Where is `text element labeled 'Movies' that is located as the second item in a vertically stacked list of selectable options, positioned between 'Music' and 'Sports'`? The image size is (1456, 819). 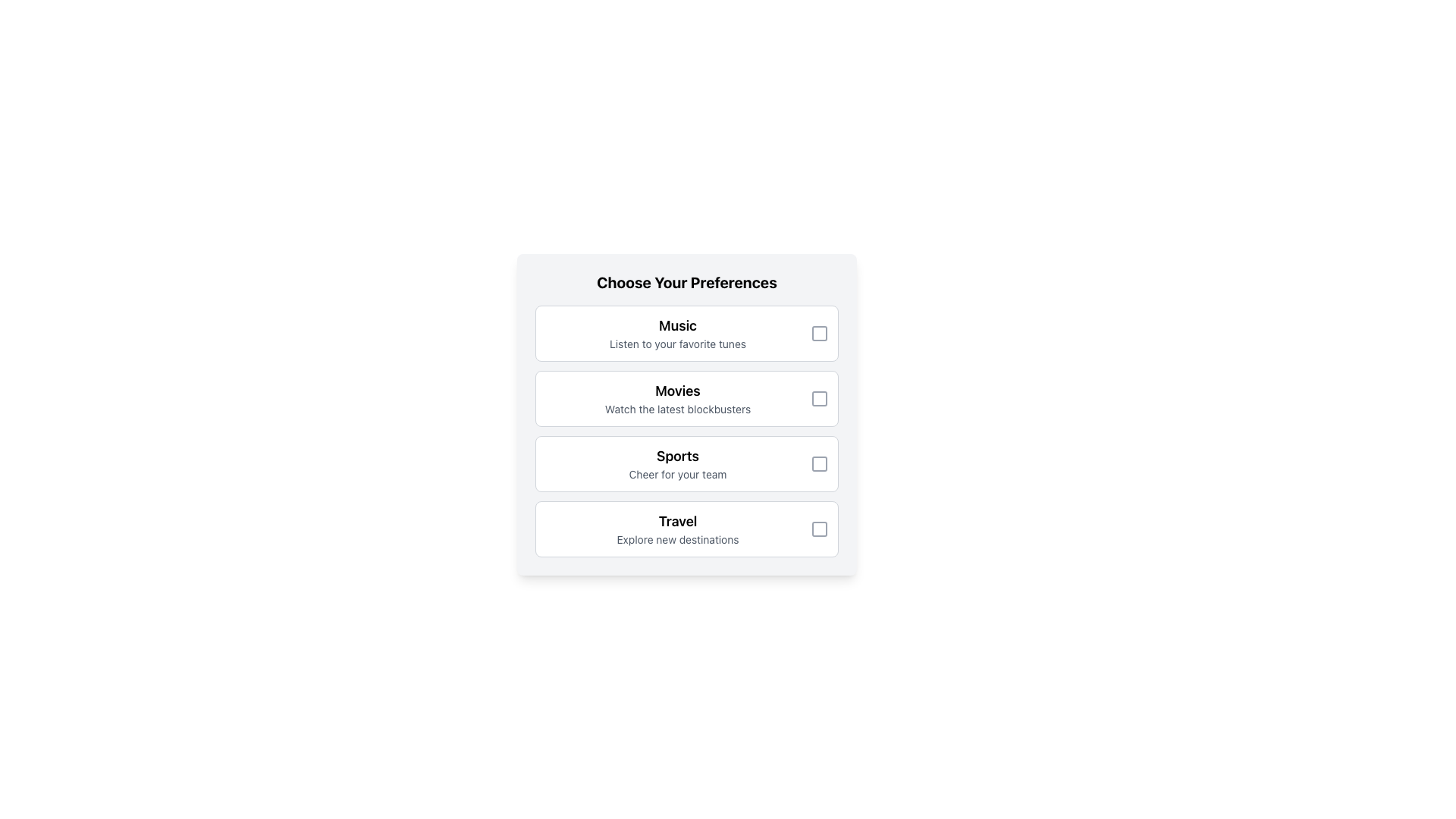
text element labeled 'Movies' that is located as the second item in a vertically stacked list of selectable options, positioned between 'Music' and 'Sports' is located at coordinates (676, 397).